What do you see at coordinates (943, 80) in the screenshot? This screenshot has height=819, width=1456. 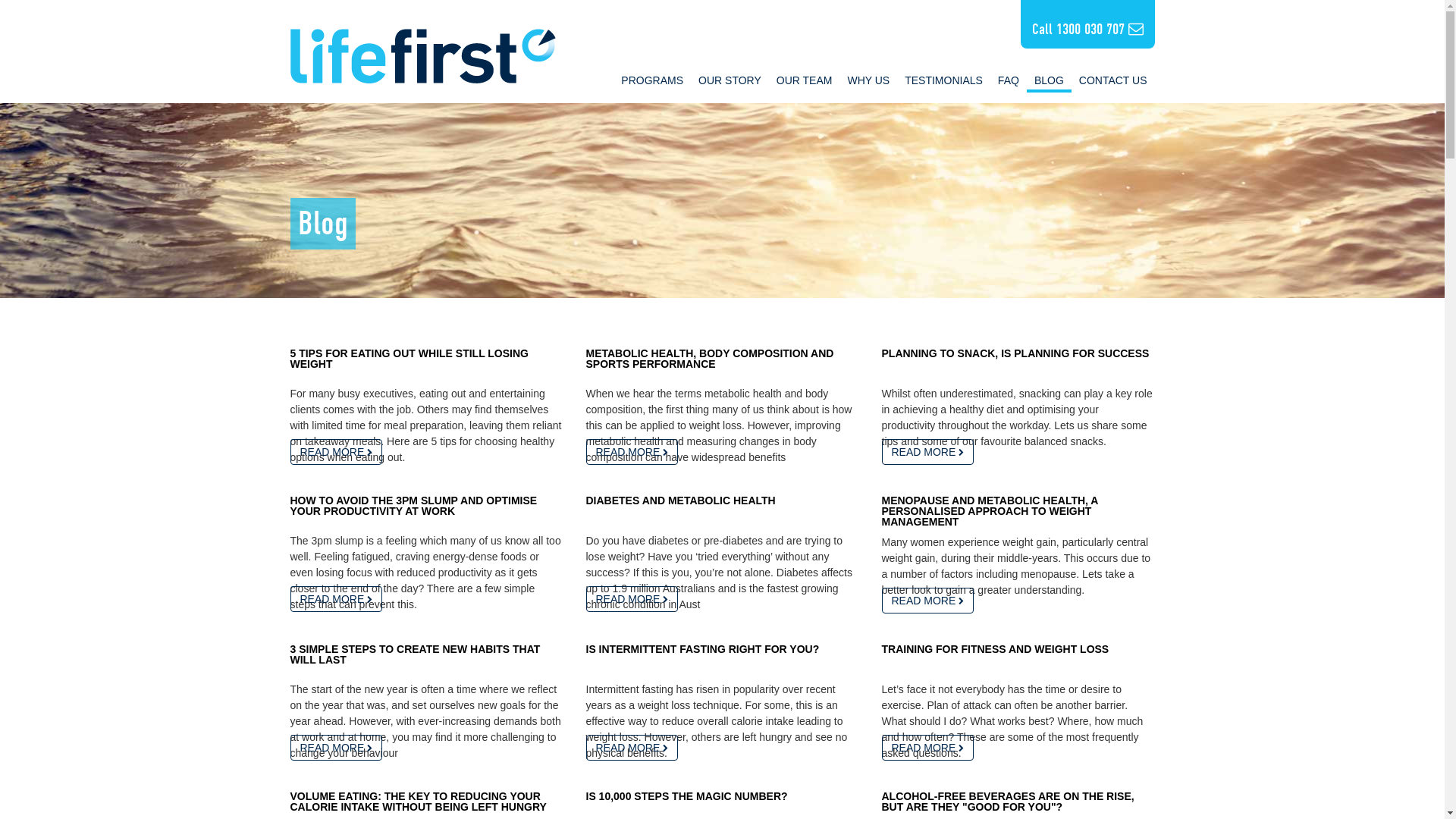 I see `'TESTIMONIALS'` at bounding box center [943, 80].